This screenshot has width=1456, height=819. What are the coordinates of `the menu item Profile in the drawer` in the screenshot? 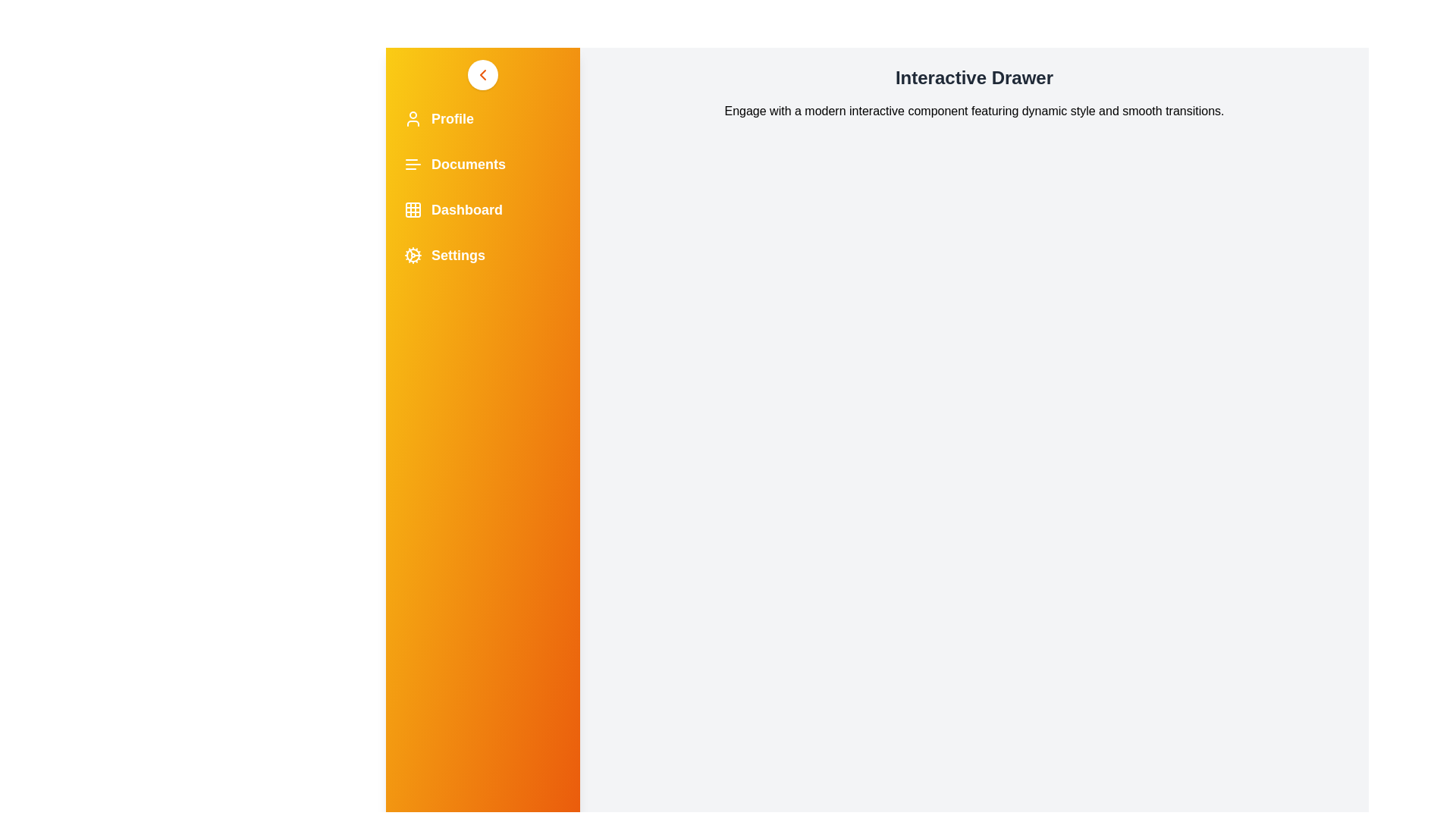 It's located at (482, 118).